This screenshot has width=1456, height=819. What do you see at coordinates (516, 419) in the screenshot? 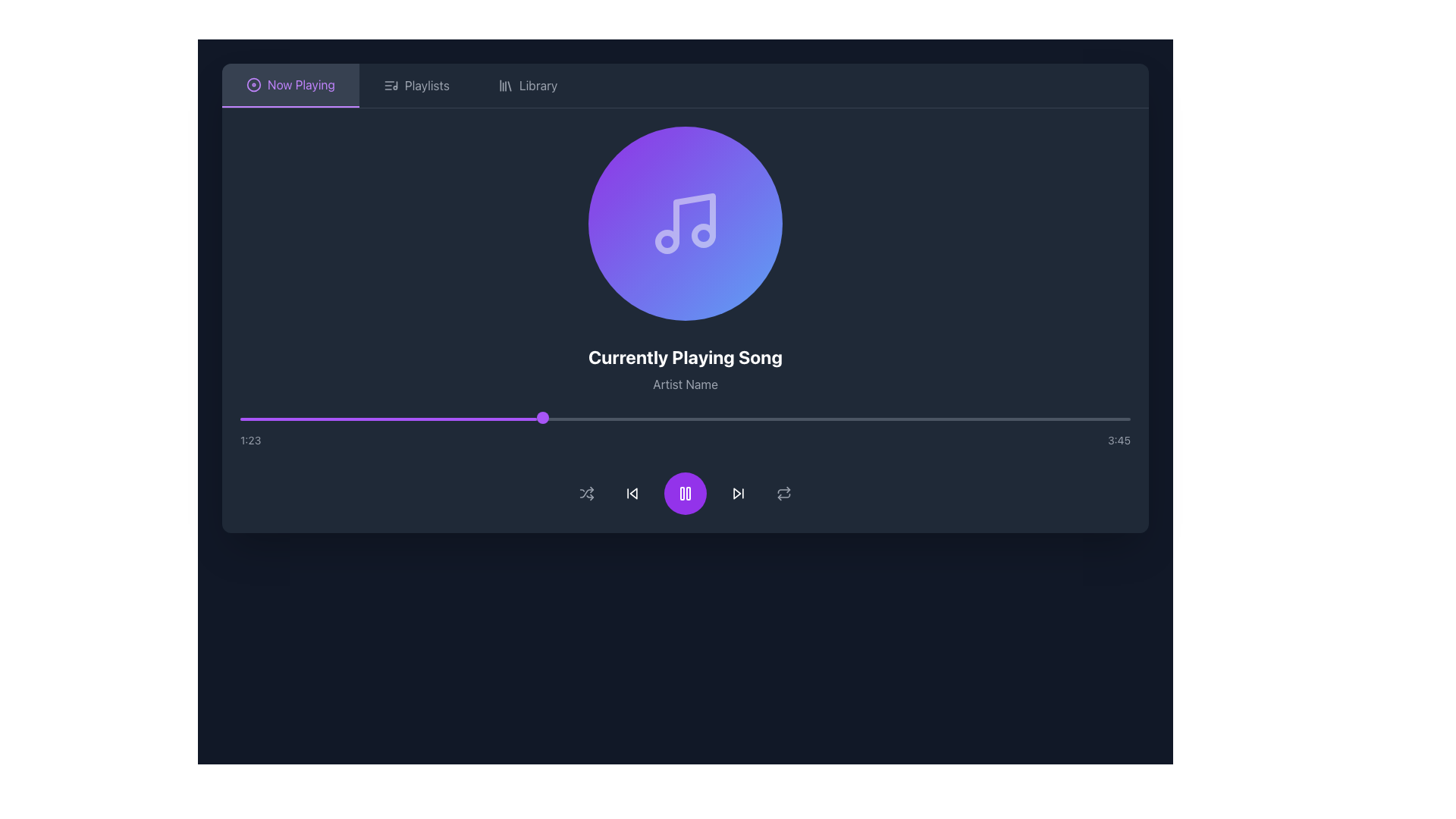
I see `the playback position` at bounding box center [516, 419].